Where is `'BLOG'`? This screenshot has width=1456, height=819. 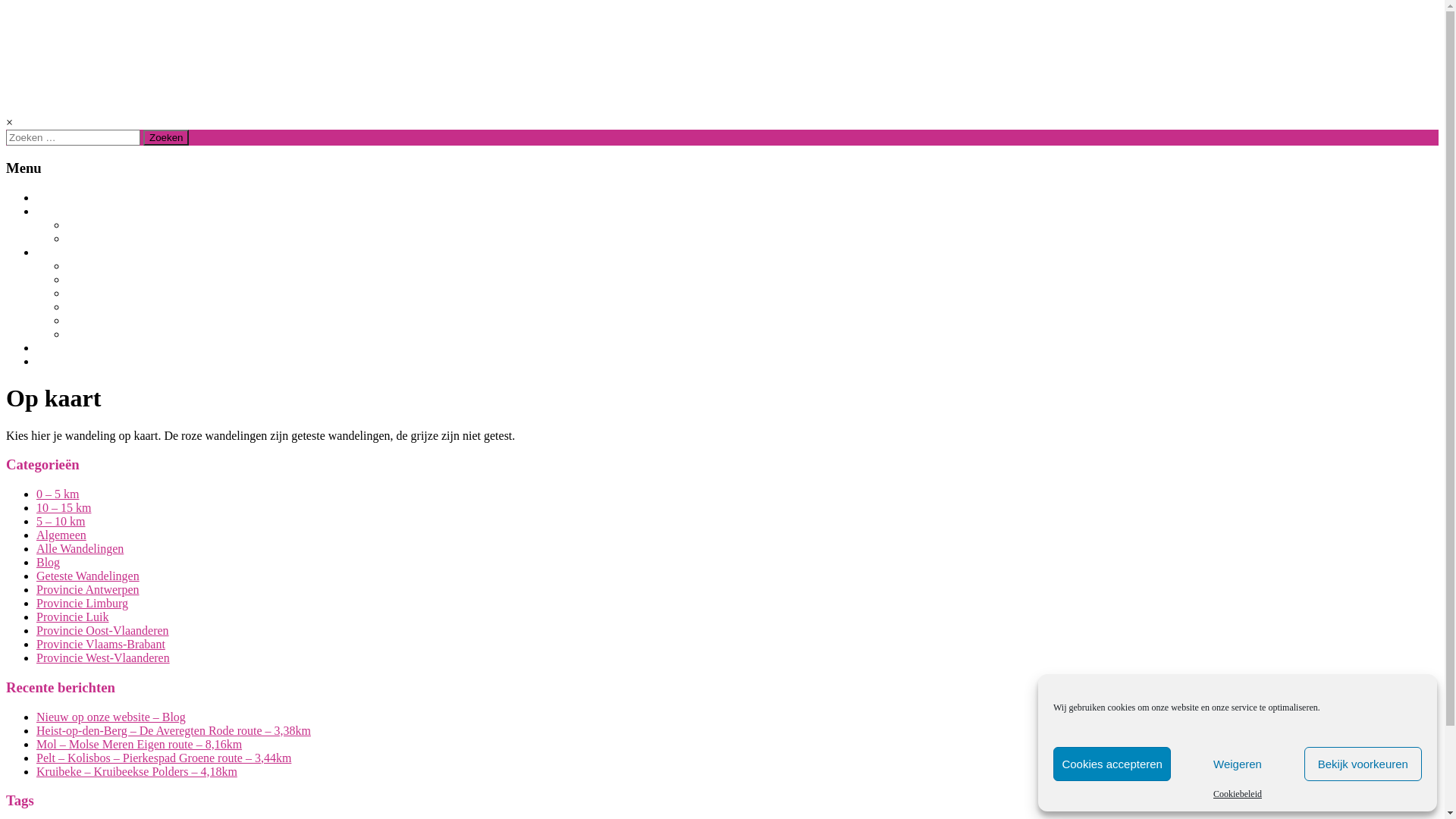
'BLOG' is located at coordinates (51, 197).